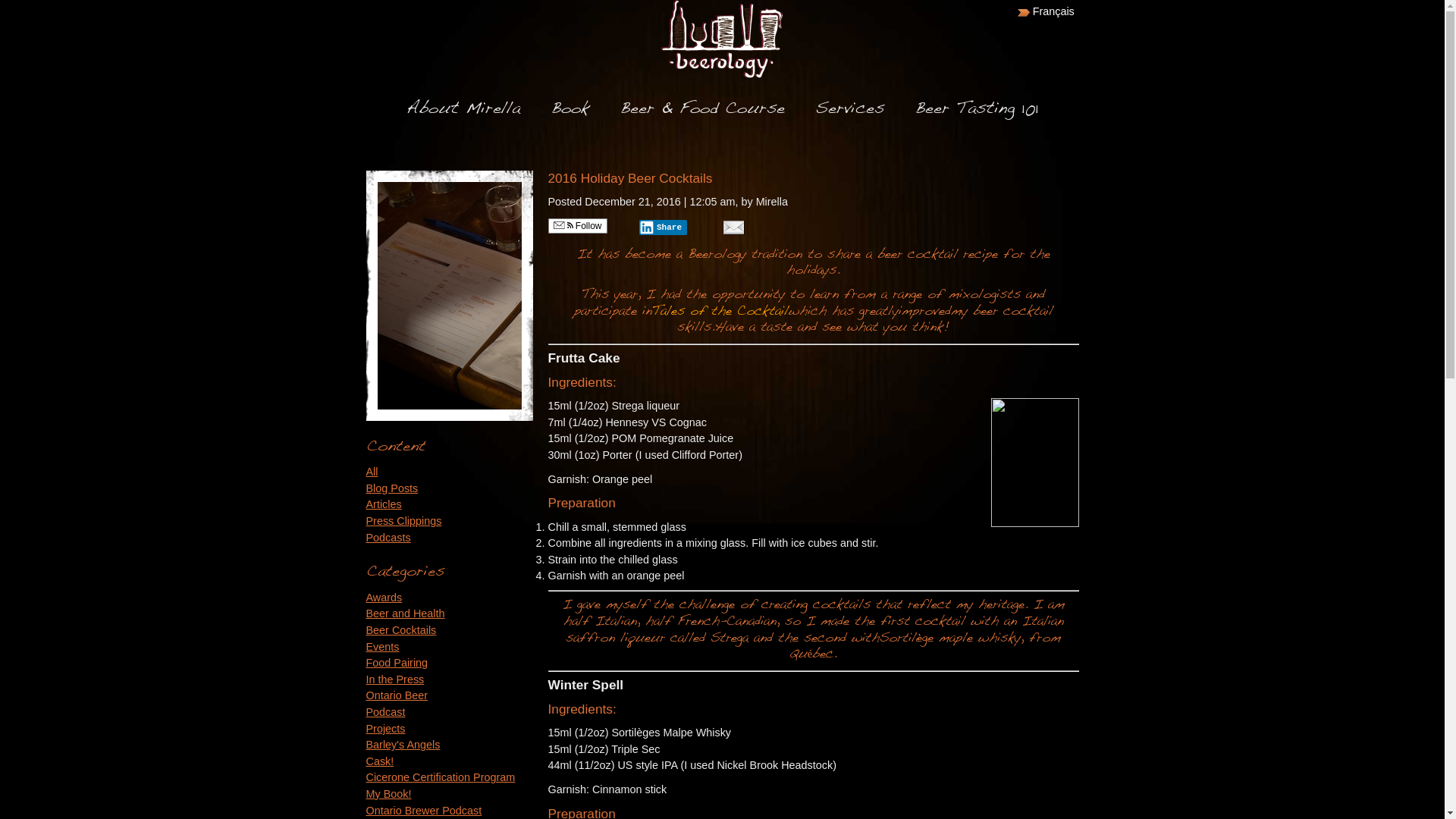 This screenshot has width=1456, height=819. Describe the element at coordinates (403, 744) in the screenshot. I see `'Barley's Angels'` at that location.